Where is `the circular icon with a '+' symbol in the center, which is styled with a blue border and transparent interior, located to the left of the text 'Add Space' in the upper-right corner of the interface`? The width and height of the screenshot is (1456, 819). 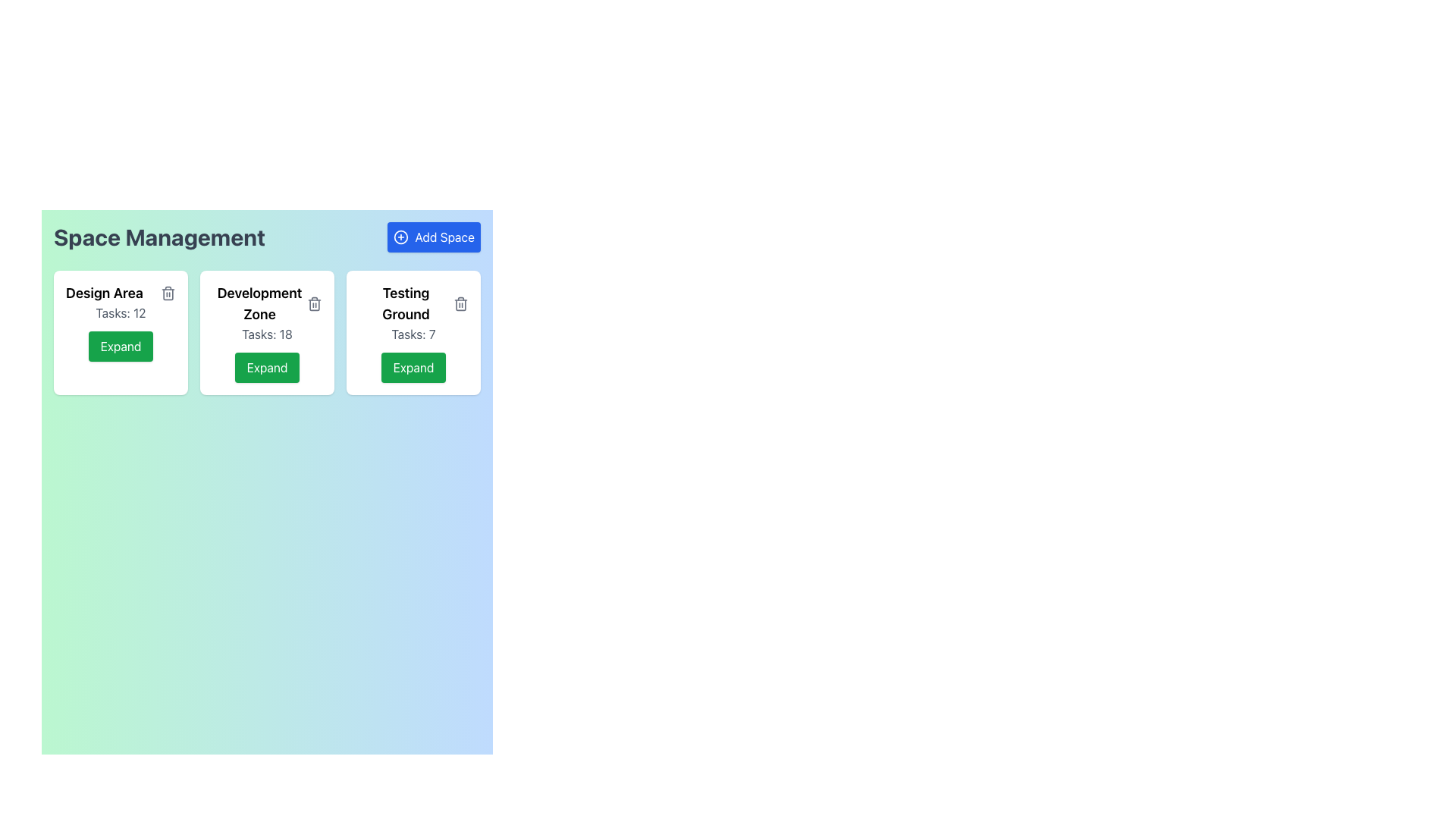
the circular icon with a '+' symbol in the center, which is styled with a blue border and transparent interior, located to the left of the text 'Add Space' in the upper-right corner of the interface is located at coordinates (401, 237).